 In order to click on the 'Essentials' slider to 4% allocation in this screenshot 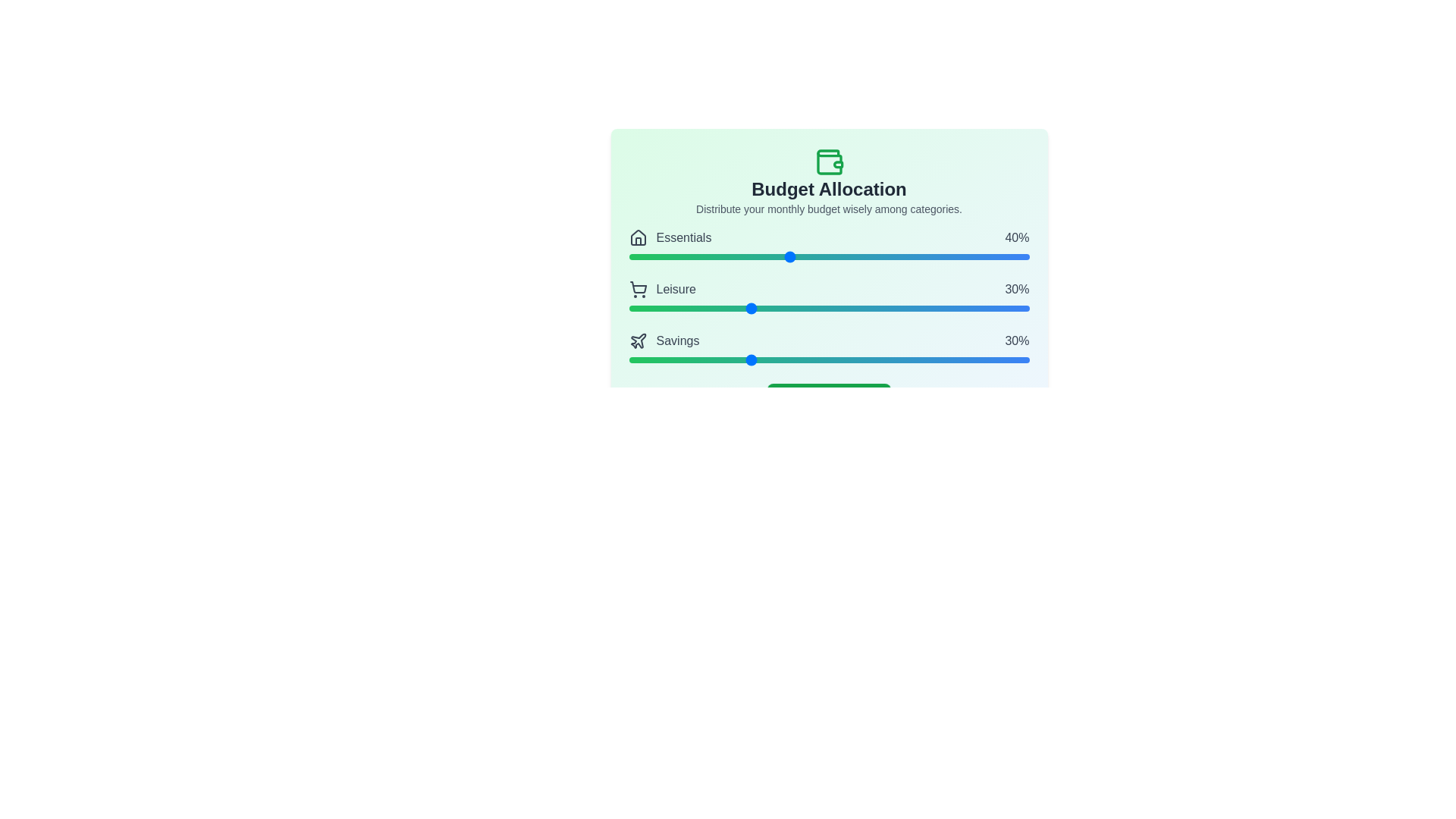, I will do `click(645, 256)`.